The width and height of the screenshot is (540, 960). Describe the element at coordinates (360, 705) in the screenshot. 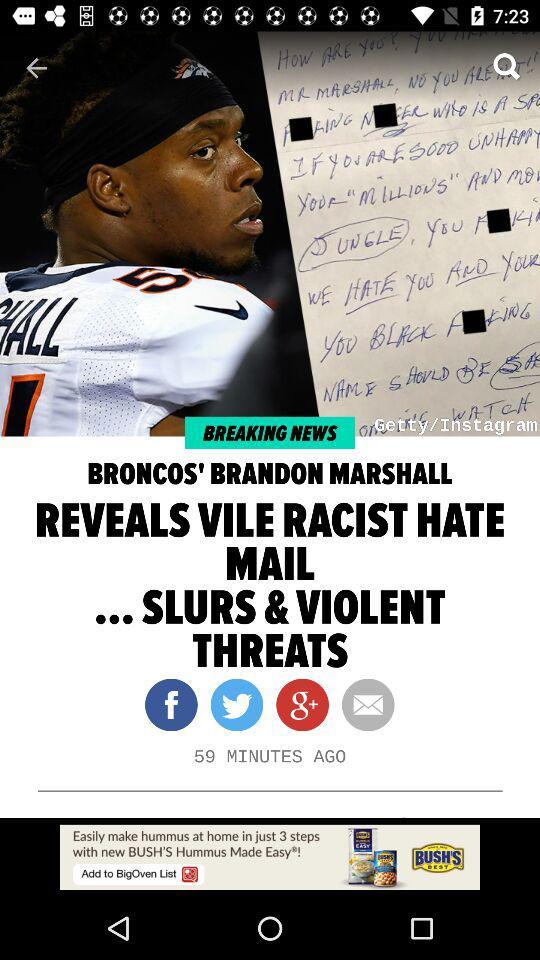

I see `the email icon` at that location.